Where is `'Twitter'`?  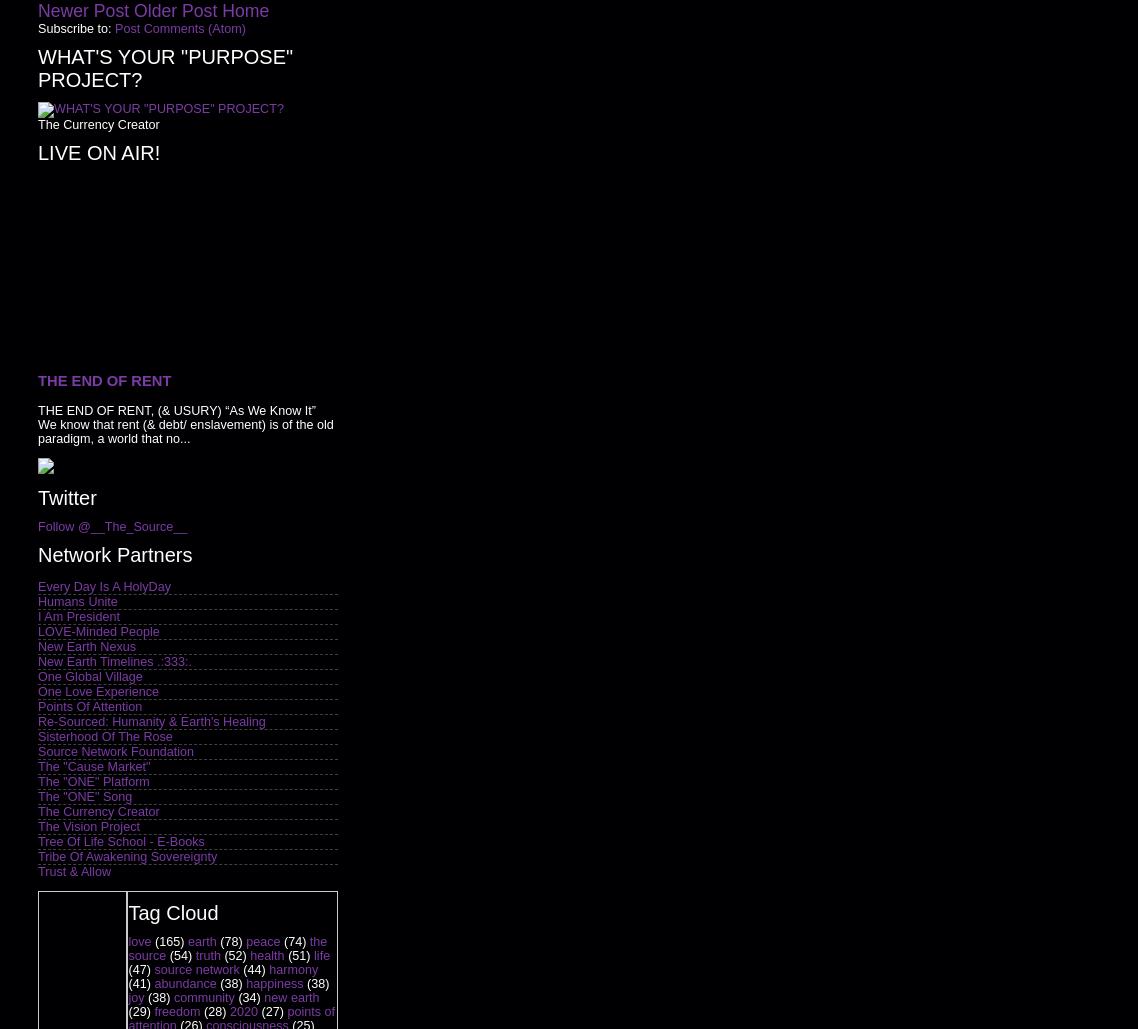
'Twitter' is located at coordinates (66, 498).